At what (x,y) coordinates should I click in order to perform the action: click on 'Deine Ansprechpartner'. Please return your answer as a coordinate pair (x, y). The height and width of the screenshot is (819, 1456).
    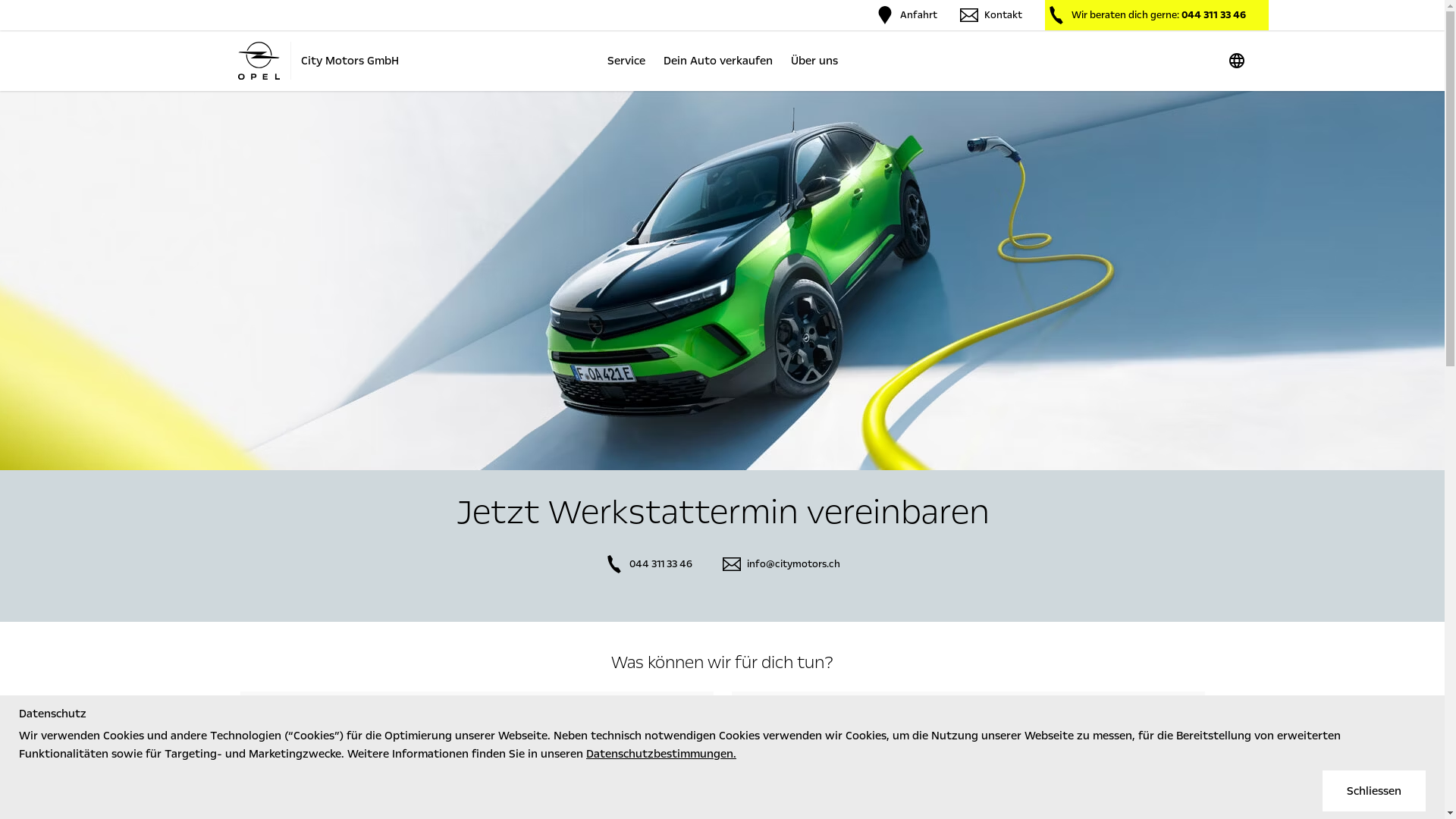
    Looking at the image, I should click on (967, 725).